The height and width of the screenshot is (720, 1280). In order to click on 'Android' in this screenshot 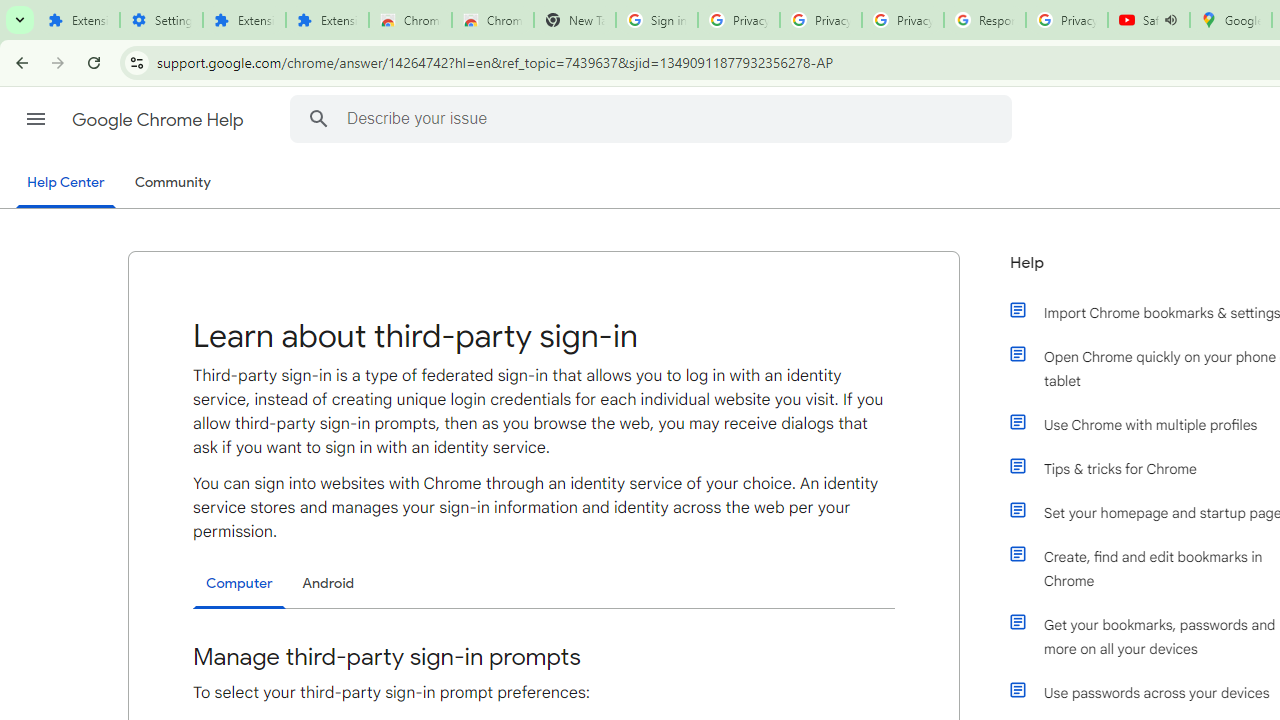, I will do `click(328, 583)`.